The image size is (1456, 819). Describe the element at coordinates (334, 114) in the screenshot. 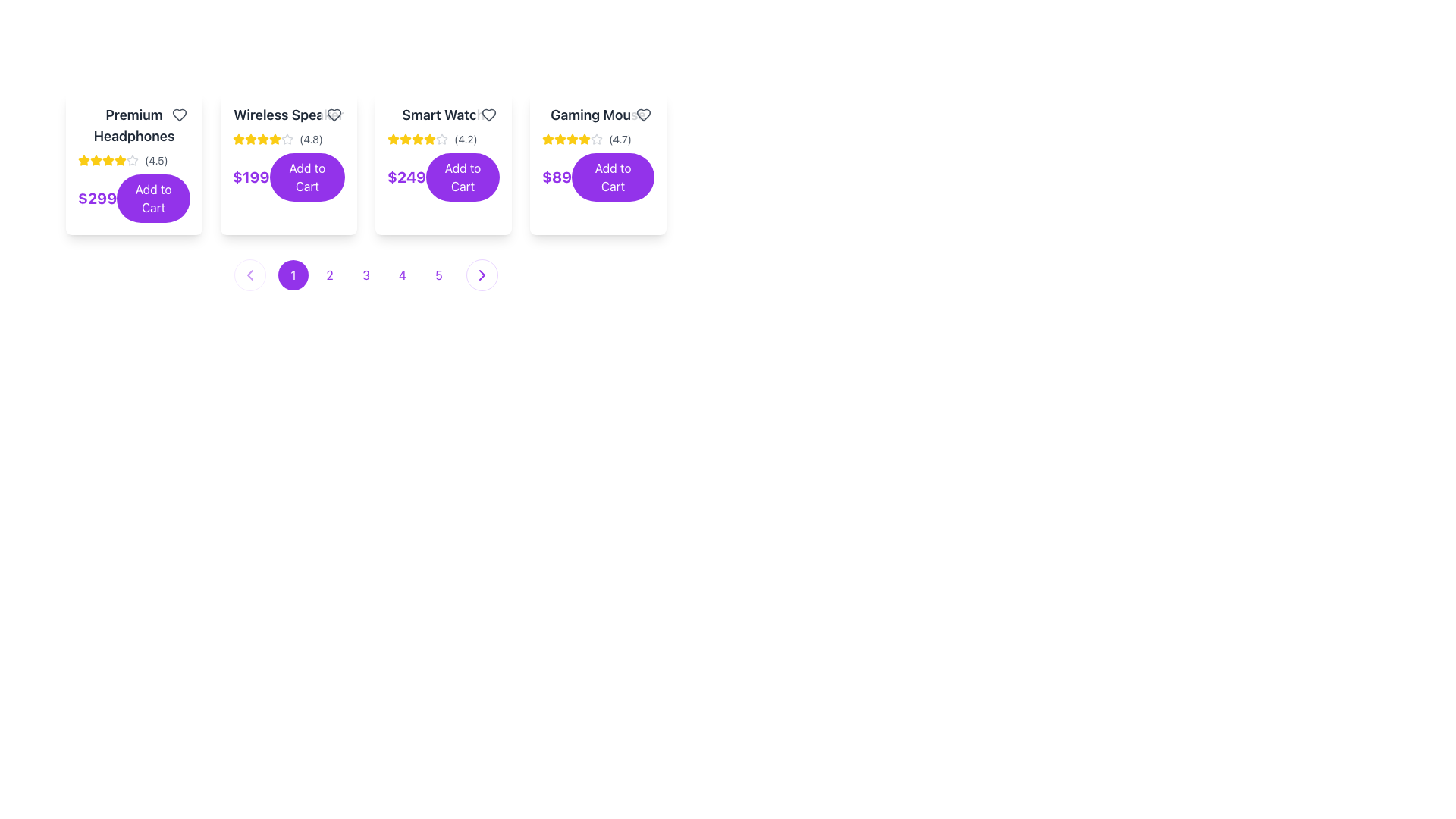

I see `the heart button located at the top-right corner of the 'Wireless Speaker' product card` at that location.